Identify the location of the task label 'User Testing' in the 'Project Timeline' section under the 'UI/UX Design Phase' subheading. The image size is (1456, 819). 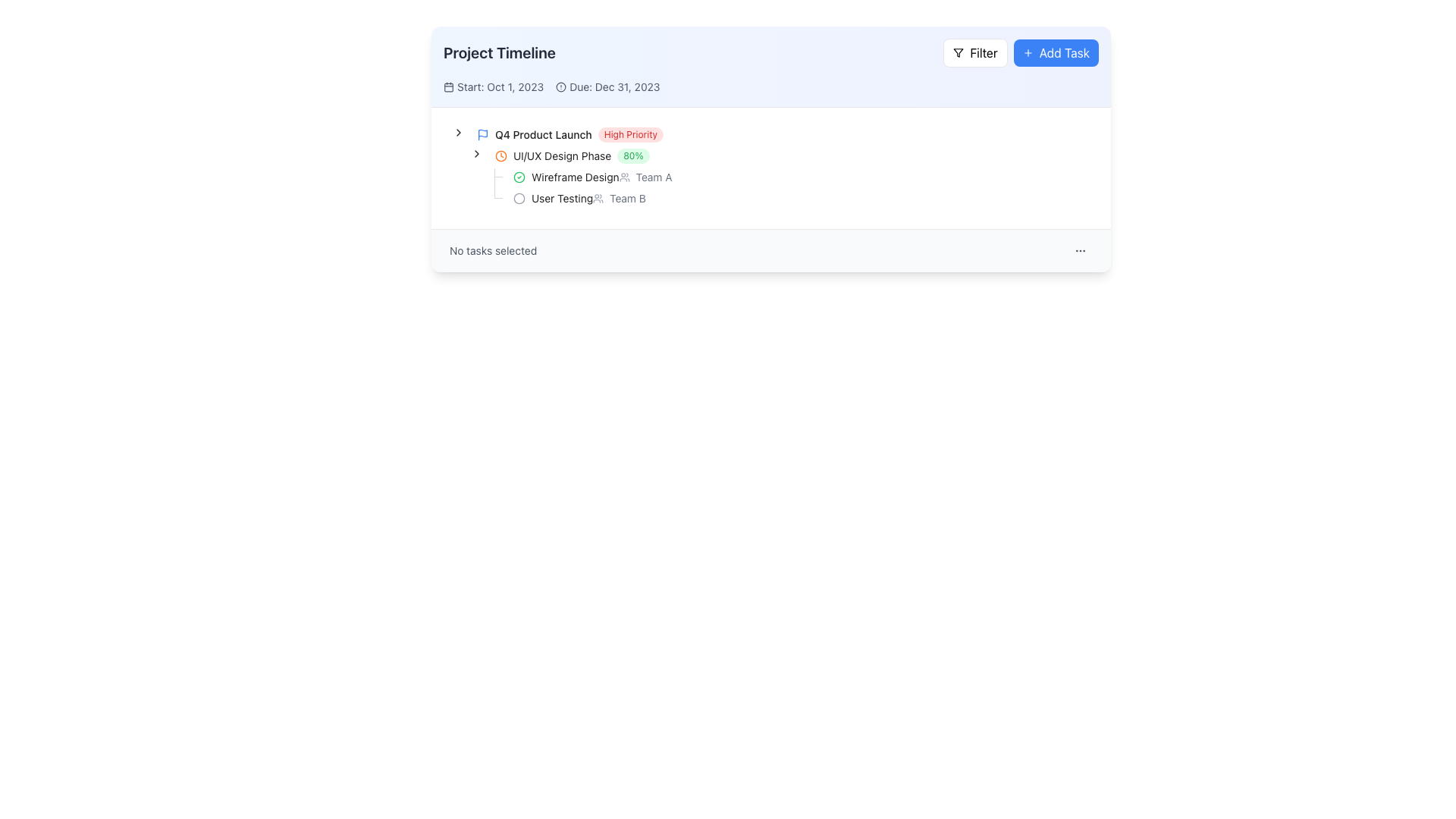
(552, 198).